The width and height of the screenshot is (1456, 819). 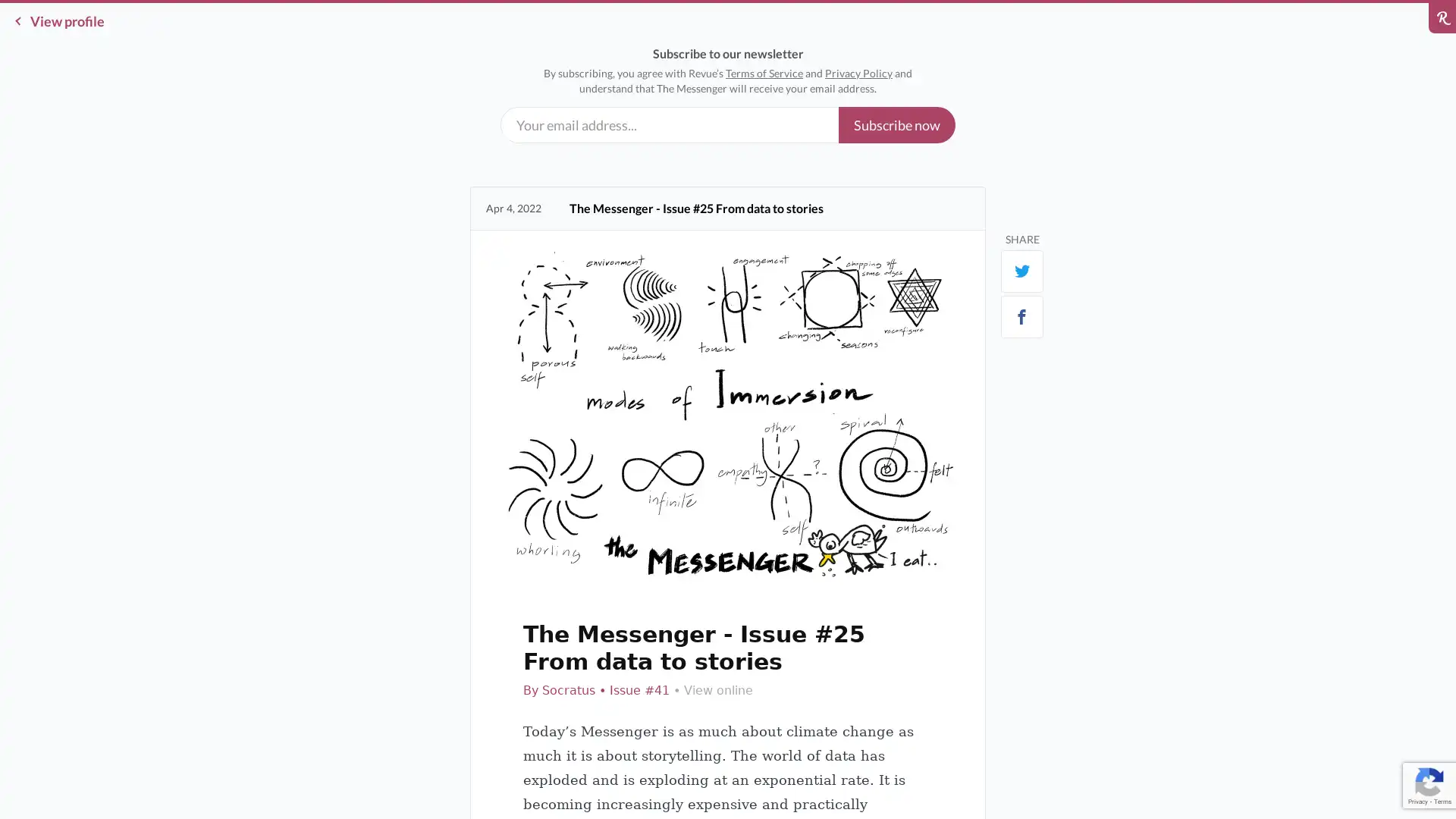 I want to click on Subscribe now, so click(x=896, y=124).